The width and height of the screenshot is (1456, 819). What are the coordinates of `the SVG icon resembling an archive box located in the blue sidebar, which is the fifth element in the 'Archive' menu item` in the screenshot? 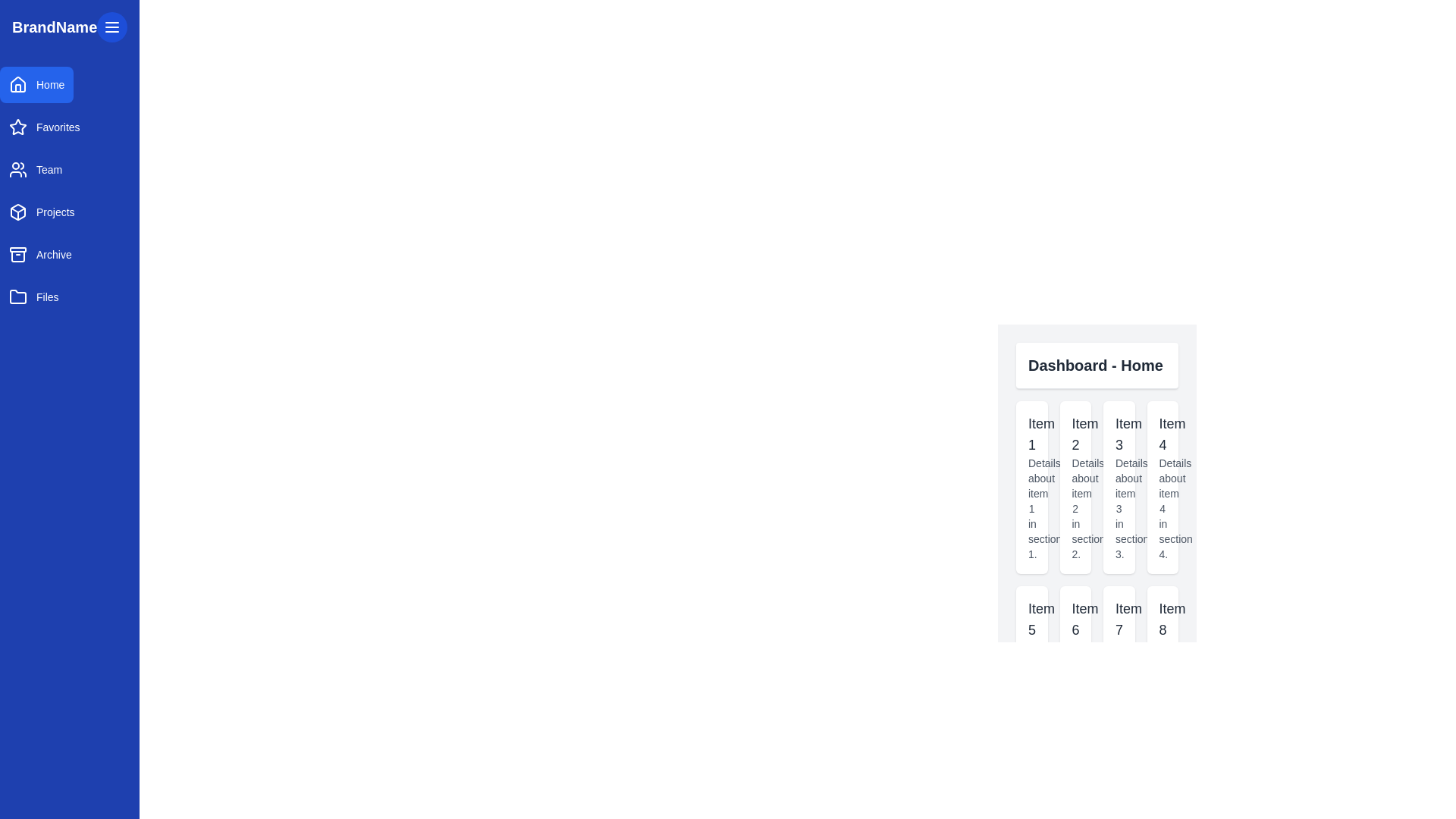 It's located at (18, 253).